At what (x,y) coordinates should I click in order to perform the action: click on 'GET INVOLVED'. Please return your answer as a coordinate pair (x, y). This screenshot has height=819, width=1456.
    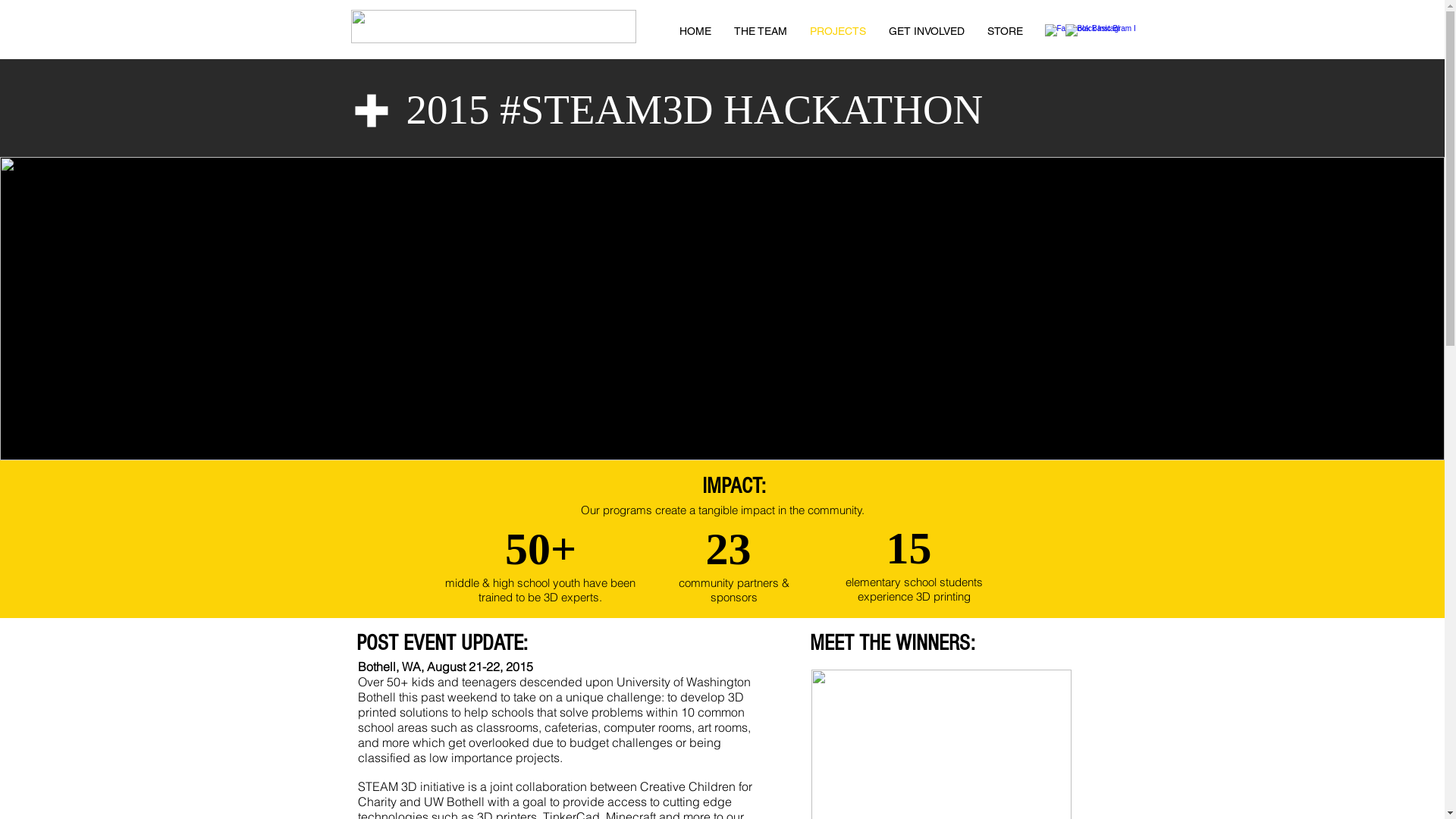
    Looking at the image, I should click on (924, 31).